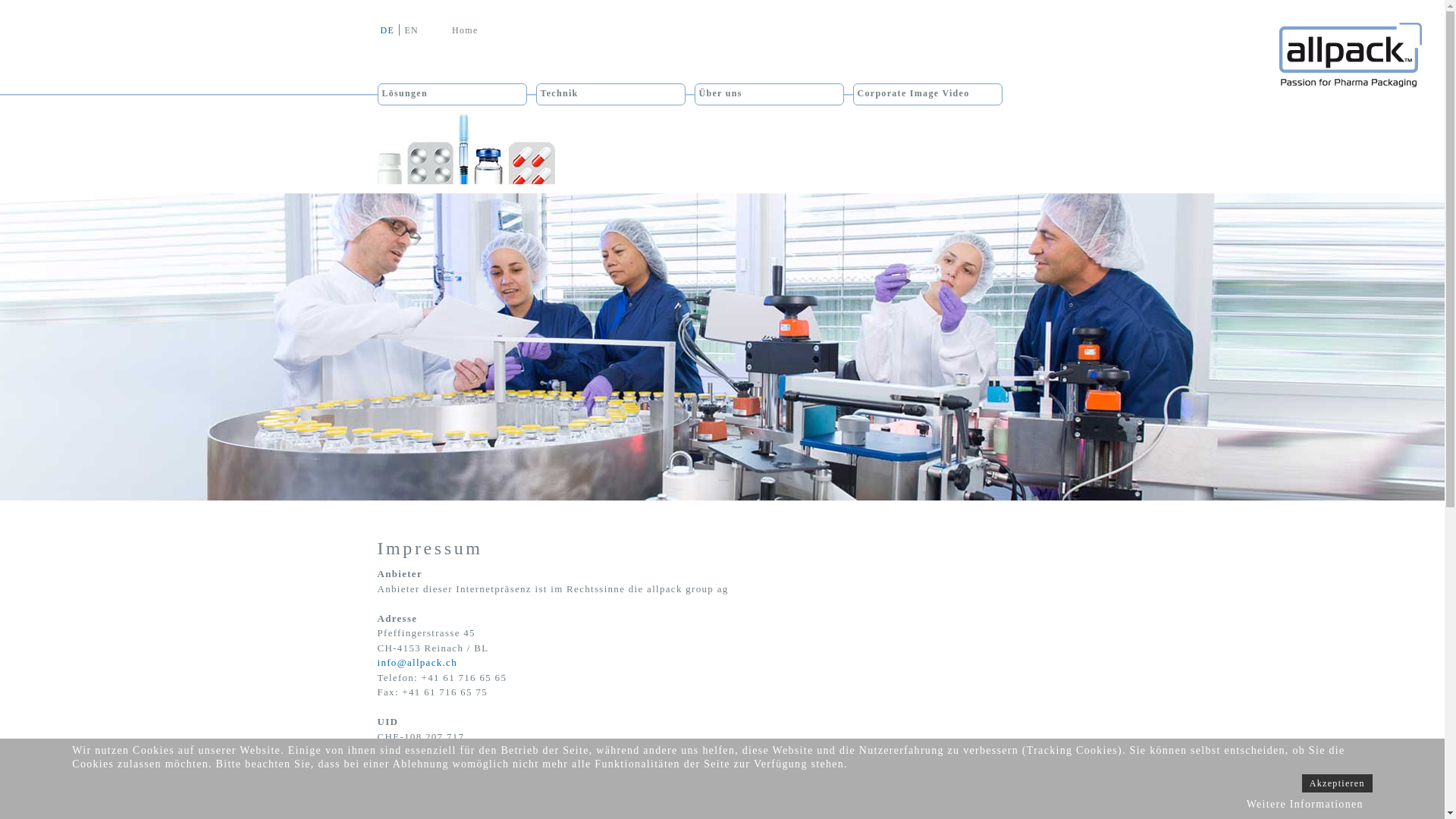 Image resolution: width=1456 pixels, height=819 pixels. What do you see at coordinates (912, 93) in the screenshot?
I see `'Corporate Image Video'` at bounding box center [912, 93].